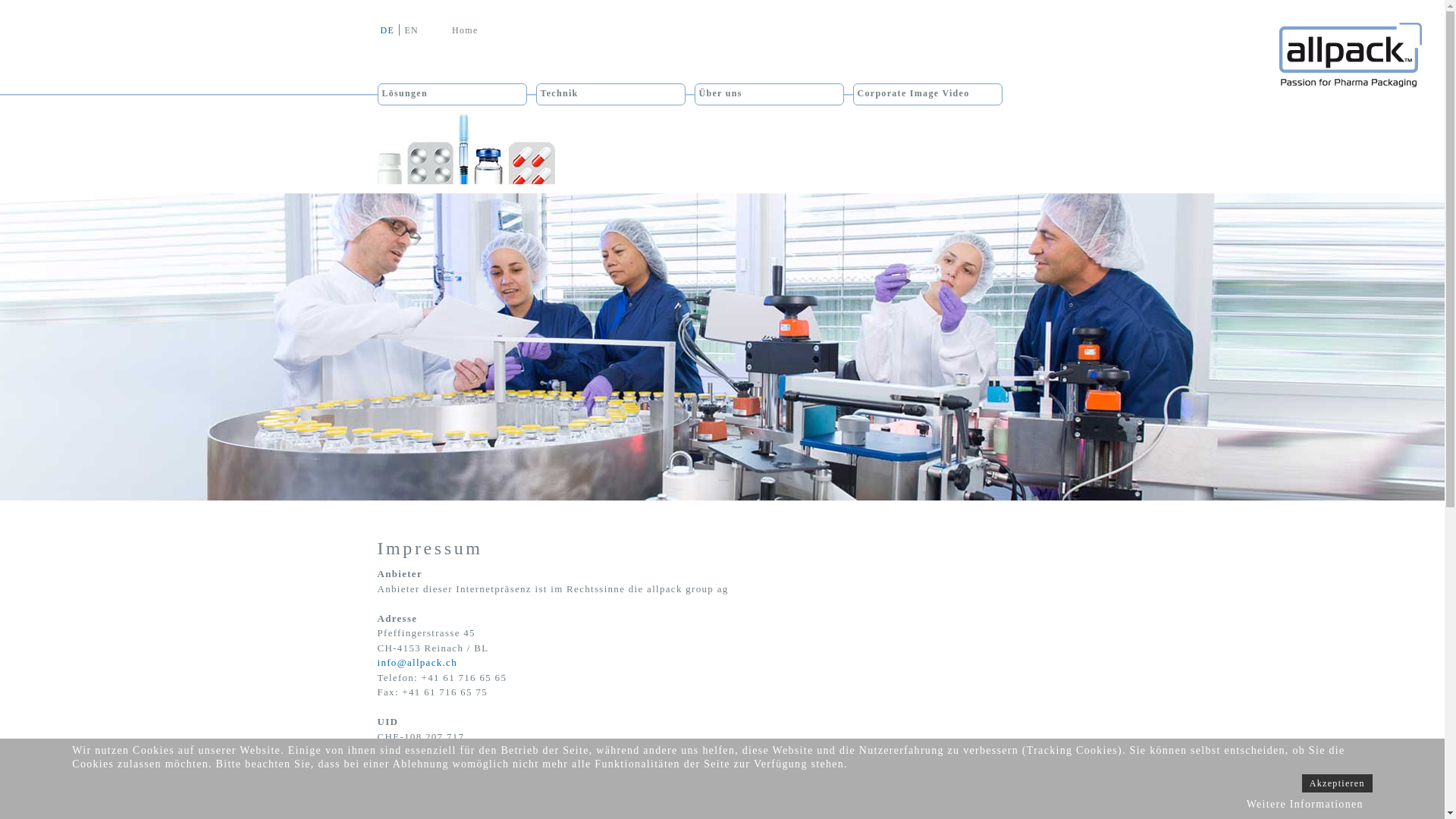 Image resolution: width=1456 pixels, height=819 pixels. What do you see at coordinates (912, 93) in the screenshot?
I see `'Corporate Image Video'` at bounding box center [912, 93].